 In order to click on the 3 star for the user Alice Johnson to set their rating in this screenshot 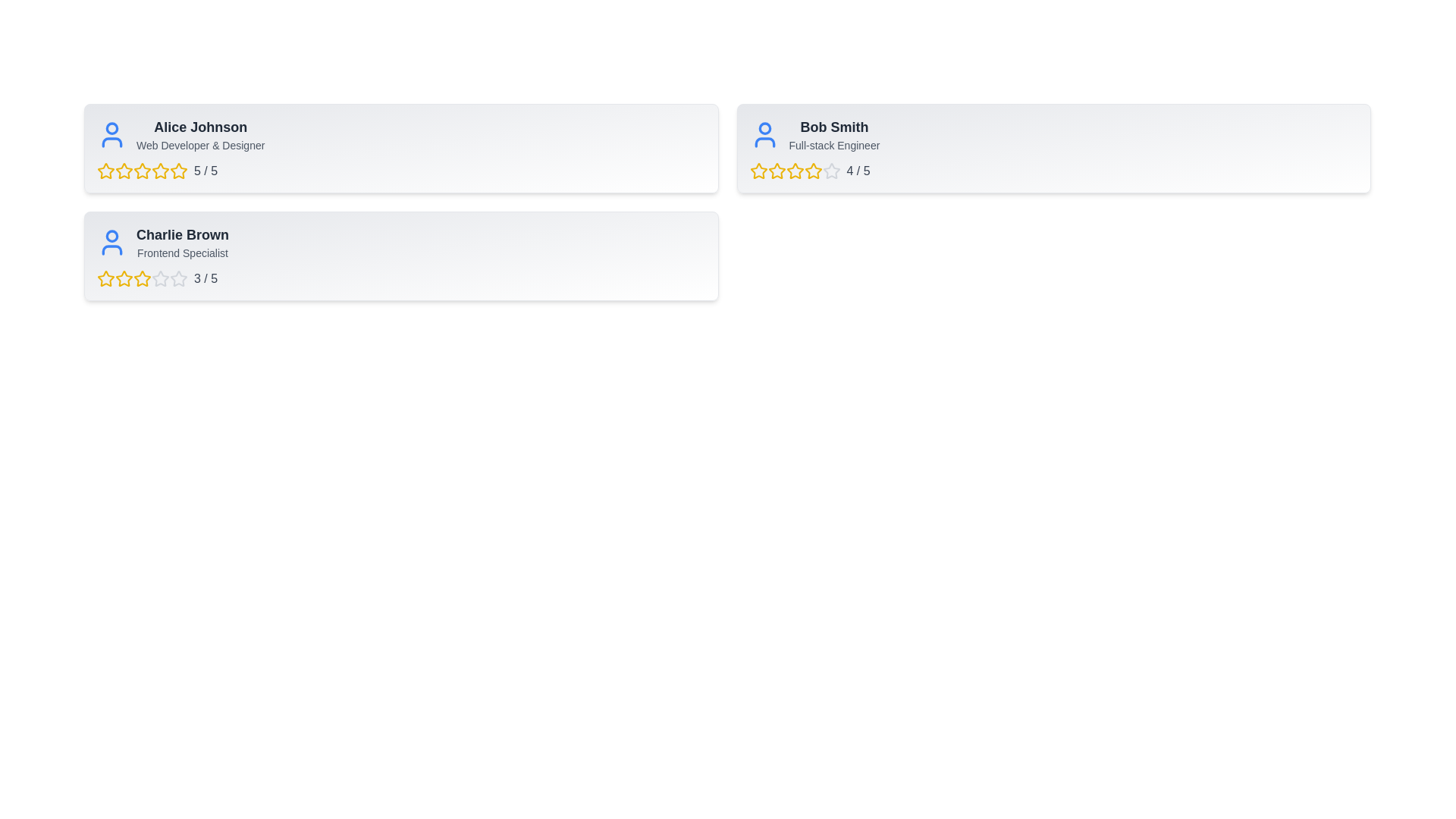, I will do `click(142, 171)`.